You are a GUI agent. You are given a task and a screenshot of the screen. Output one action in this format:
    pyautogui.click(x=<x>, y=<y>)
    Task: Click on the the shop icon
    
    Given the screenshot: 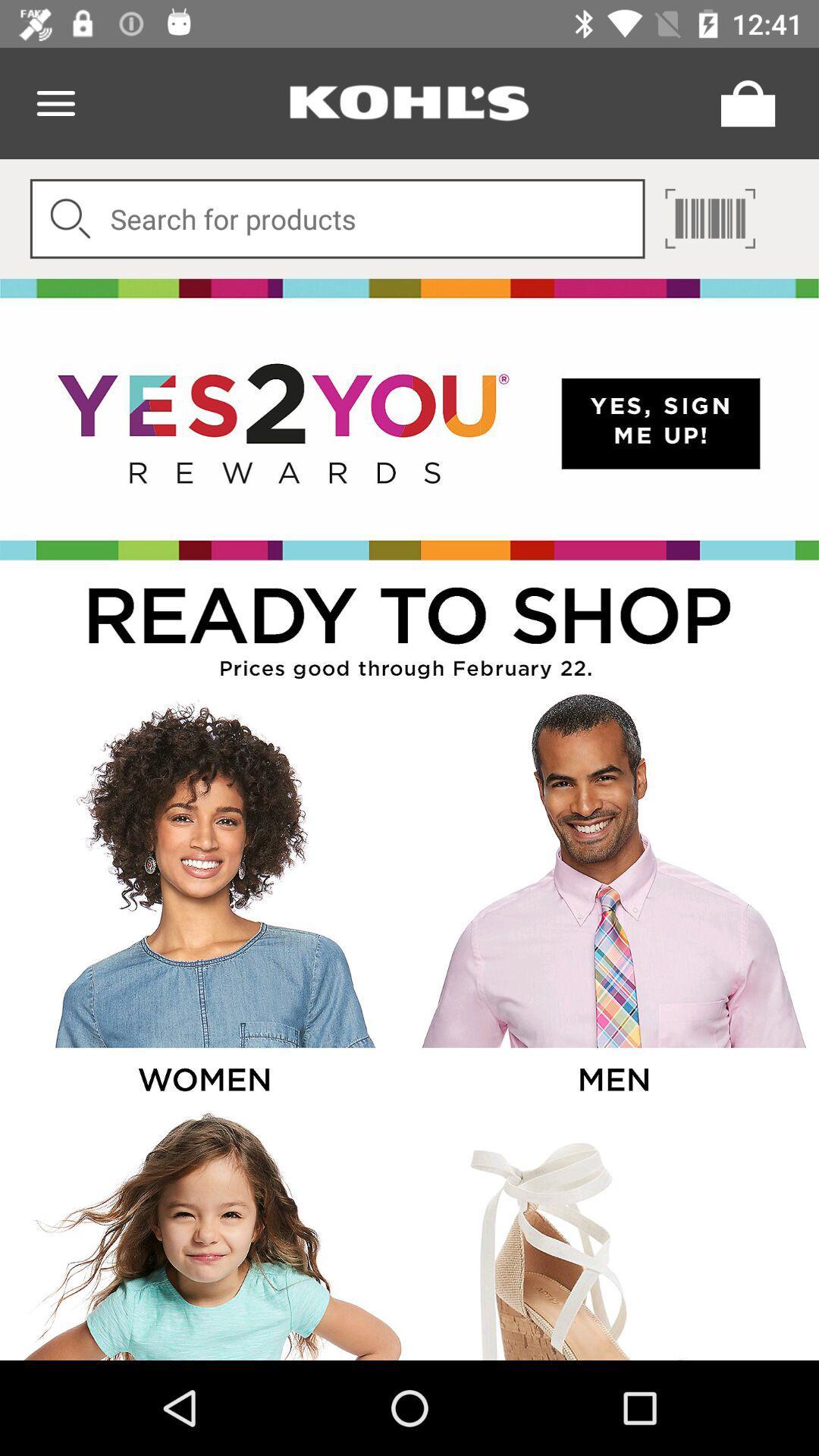 What is the action you would take?
    pyautogui.click(x=743, y=102)
    